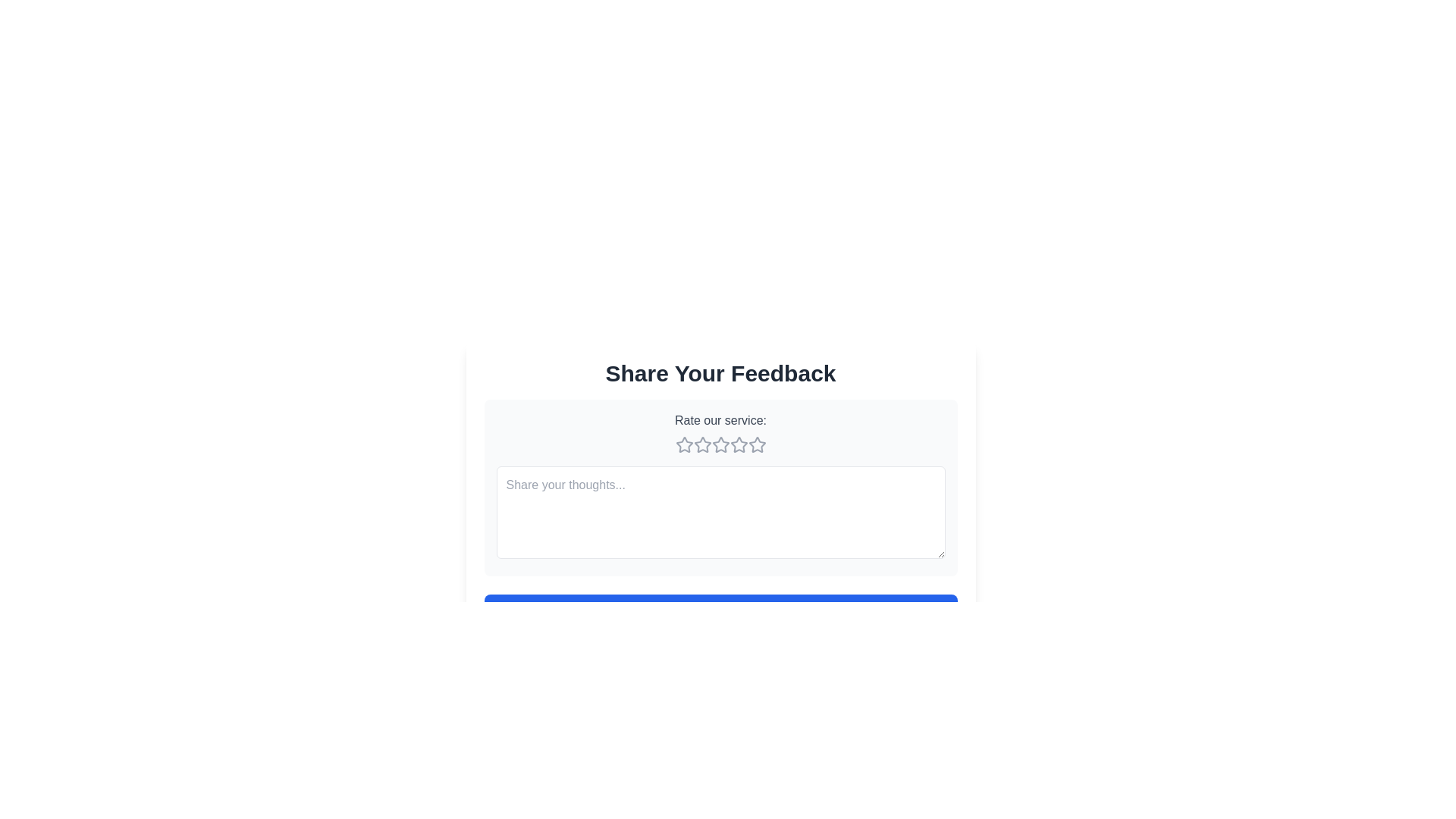 The width and height of the screenshot is (1456, 819). I want to click on the Text Display (Header) element which serves as a title for the feedback section, guiding users to share their thoughts, so click(720, 374).